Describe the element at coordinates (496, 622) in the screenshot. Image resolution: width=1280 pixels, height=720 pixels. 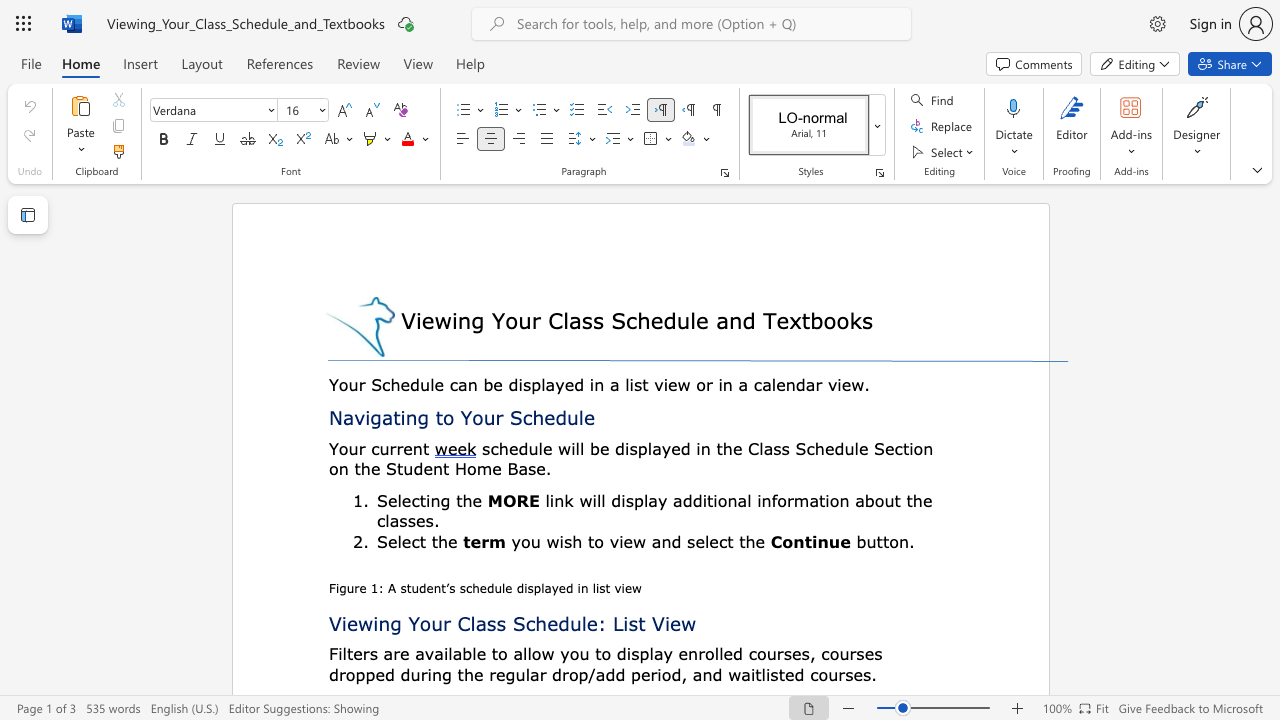
I see `the subset text "s Sc" within the text "Viewing Your Class Schedule: List View"` at that location.